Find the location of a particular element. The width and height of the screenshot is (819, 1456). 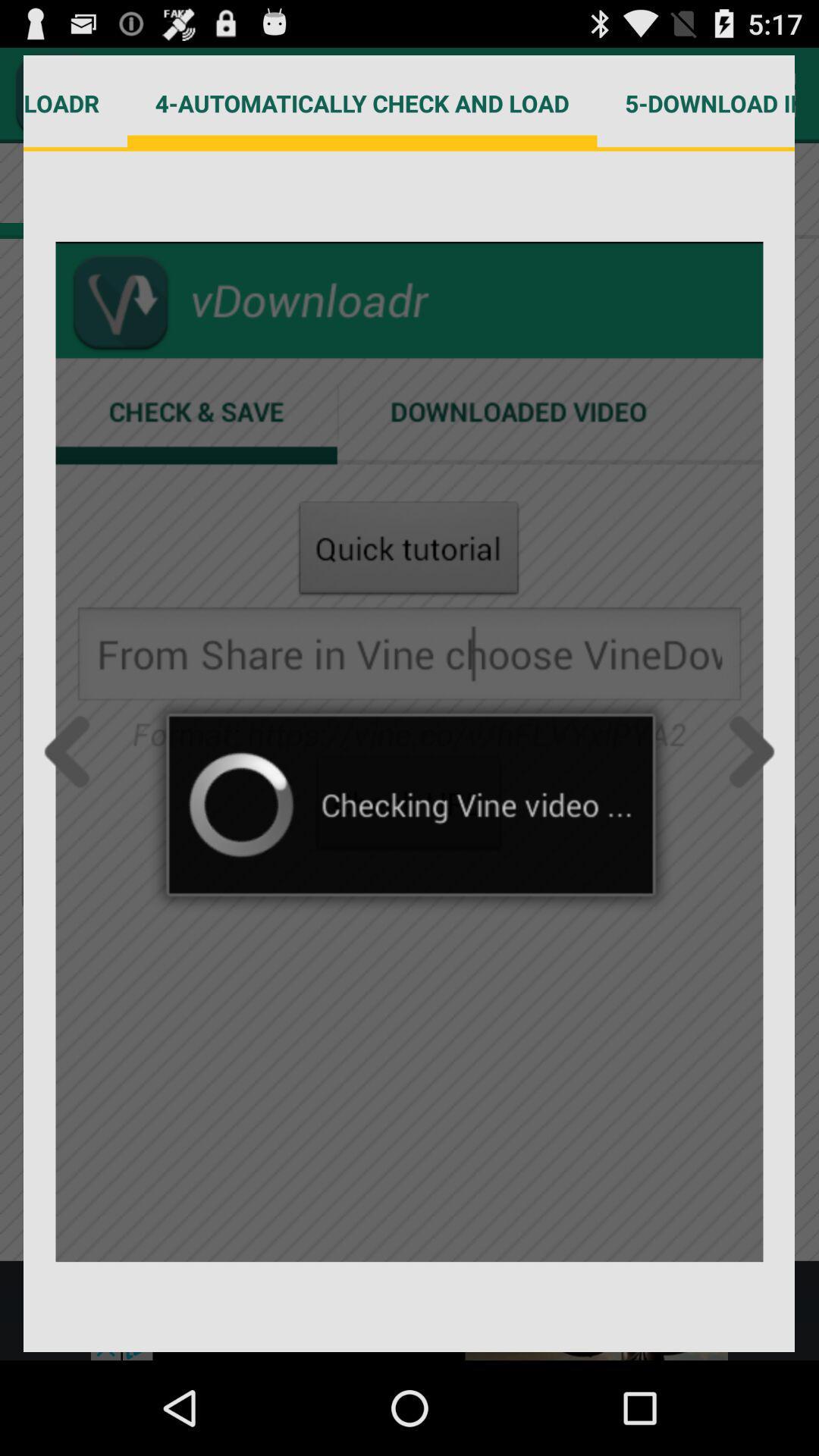

item to the right of the 3-choose vdownloadr item is located at coordinates (362, 102).